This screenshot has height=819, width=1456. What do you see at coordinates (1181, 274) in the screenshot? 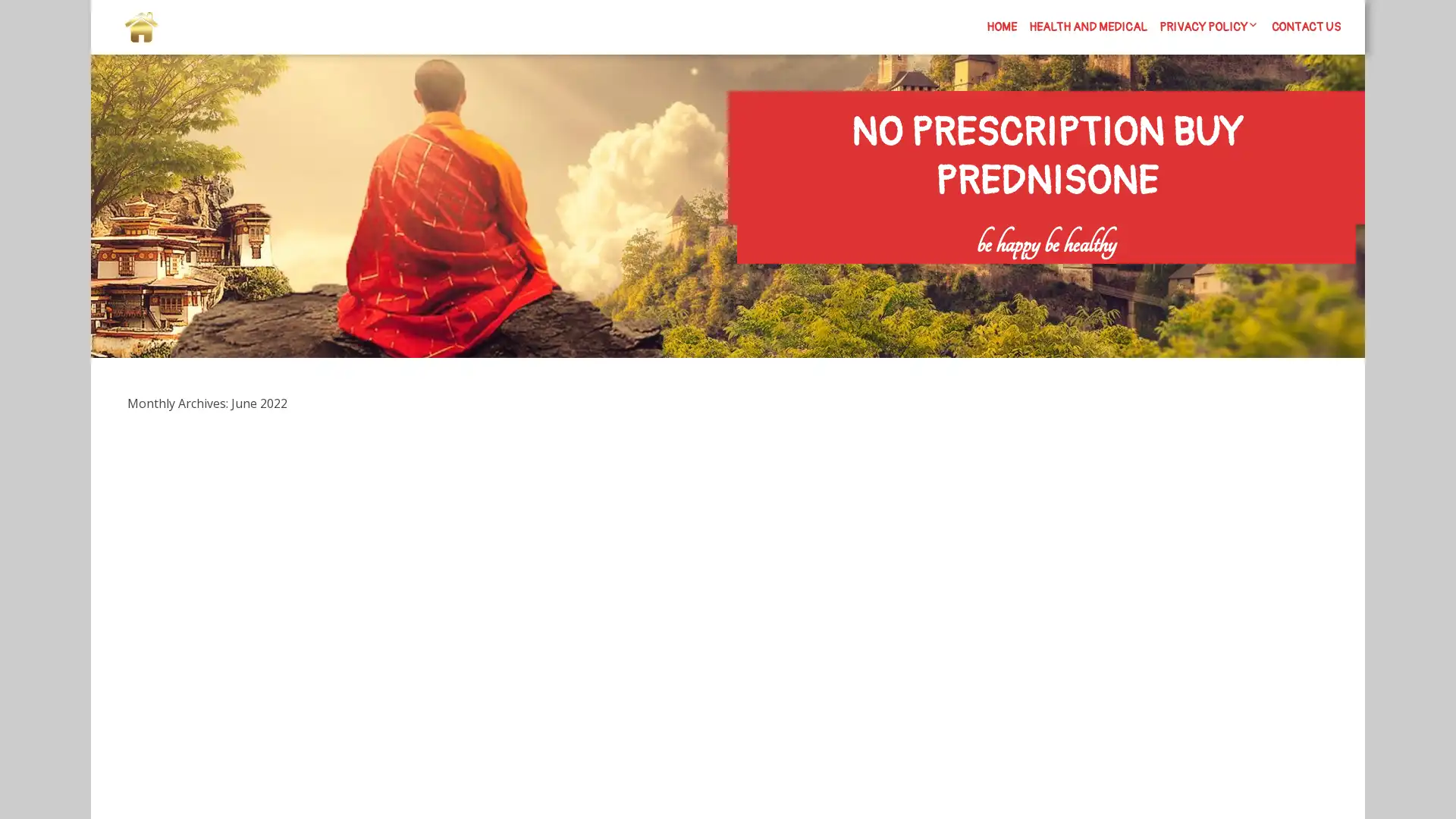
I see `Search` at bounding box center [1181, 274].